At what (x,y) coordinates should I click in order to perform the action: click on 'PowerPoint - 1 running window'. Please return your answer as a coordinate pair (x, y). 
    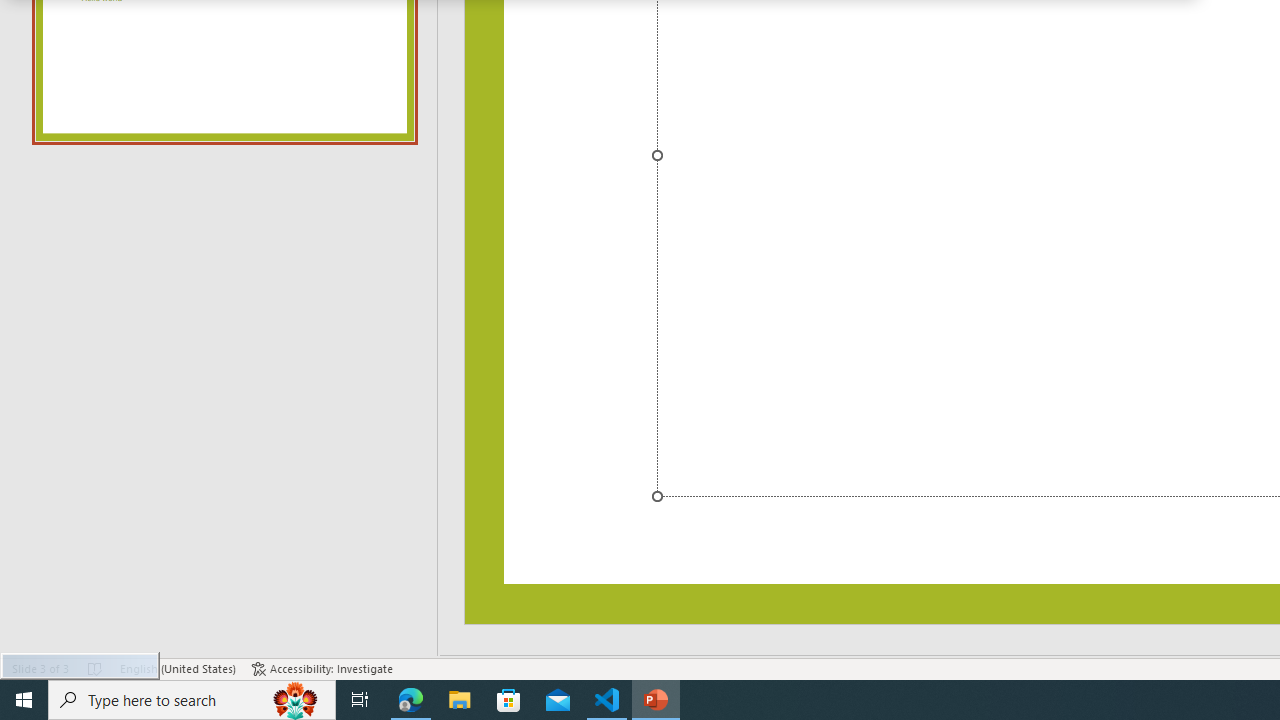
    Looking at the image, I should click on (656, 698).